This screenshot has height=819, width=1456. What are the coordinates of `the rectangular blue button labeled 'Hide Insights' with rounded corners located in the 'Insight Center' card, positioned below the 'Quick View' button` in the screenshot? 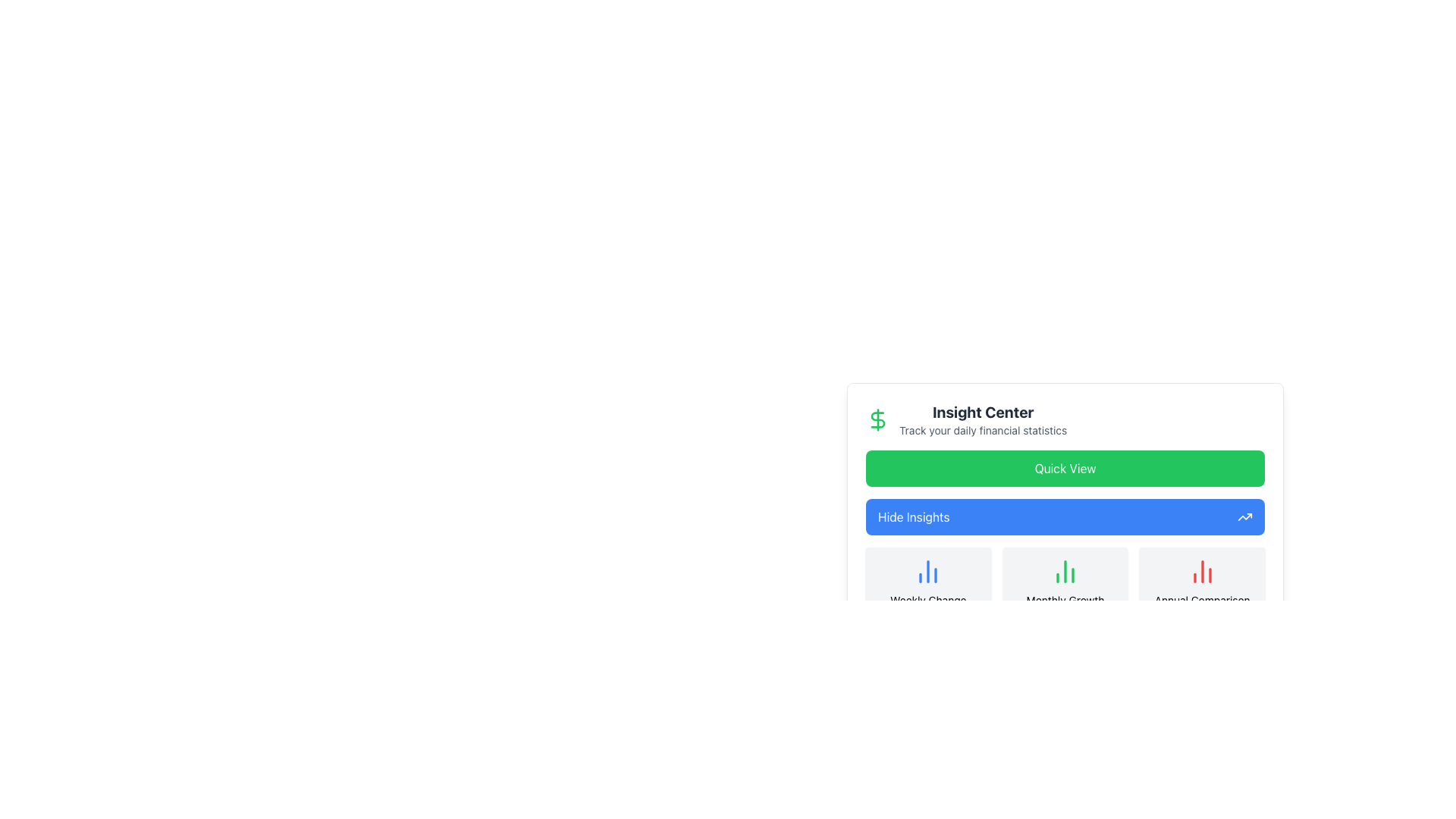 It's located at (1065, 516).